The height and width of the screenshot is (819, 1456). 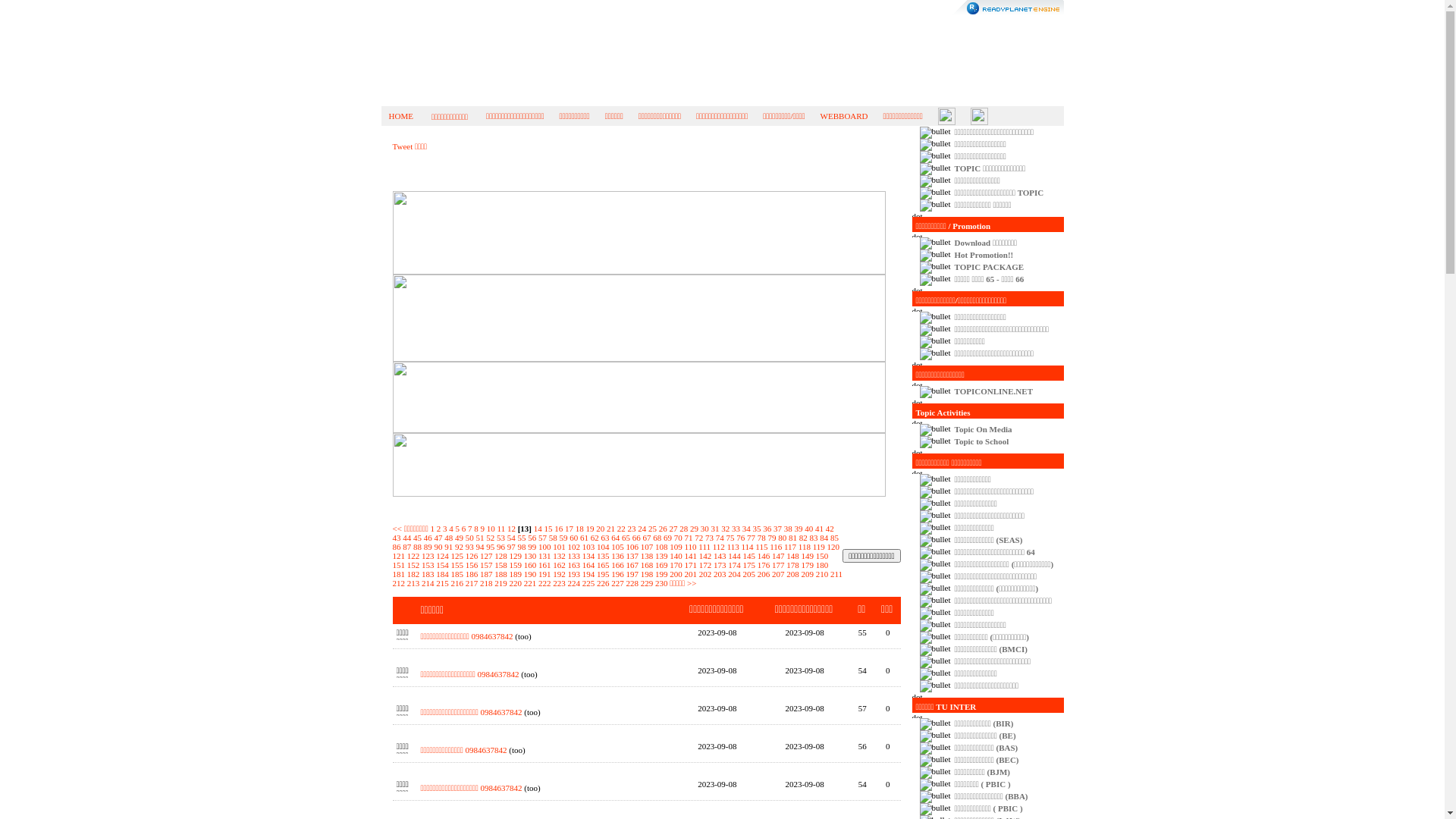 What do you see at coordinates (500, 547) in the screenshot?
I see `'96'` at bounding box center [500, 547].